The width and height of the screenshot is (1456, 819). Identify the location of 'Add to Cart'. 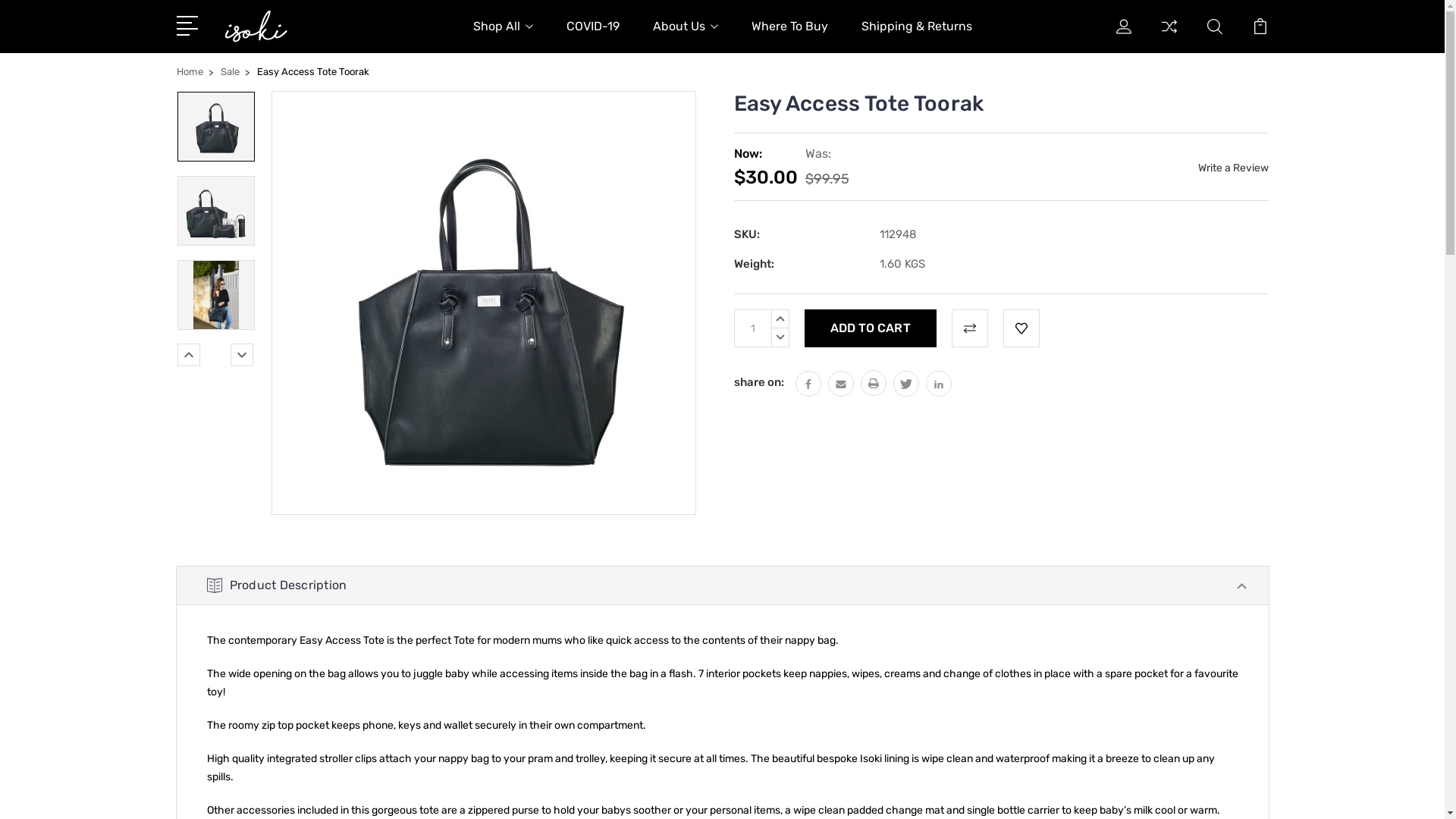
(870, 327).